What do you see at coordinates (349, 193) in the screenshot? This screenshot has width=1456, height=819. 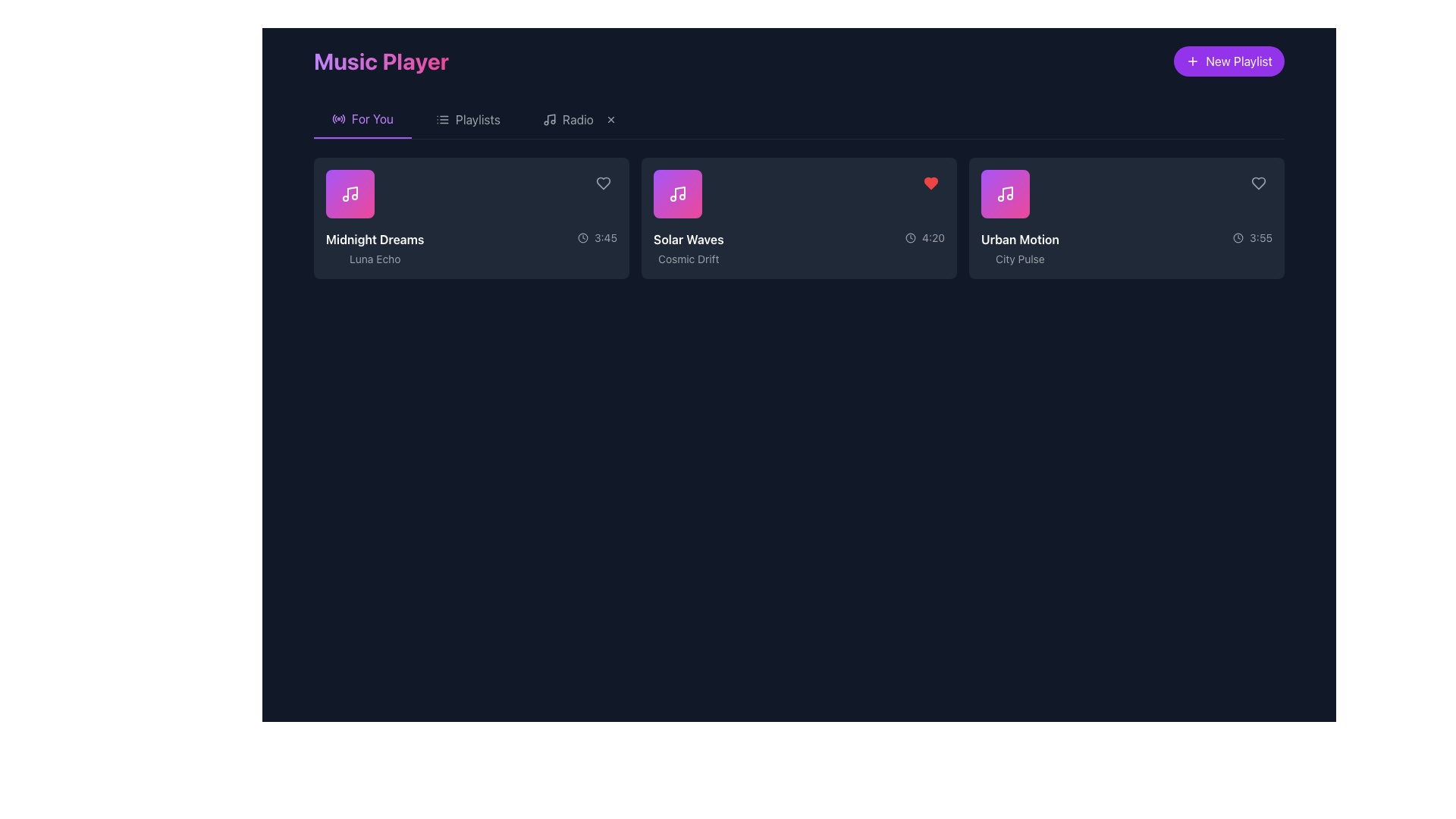 I see `the music file icon located at the top left of the media grid, which is represented by a square card-like area` at bounding box center [349, 193].